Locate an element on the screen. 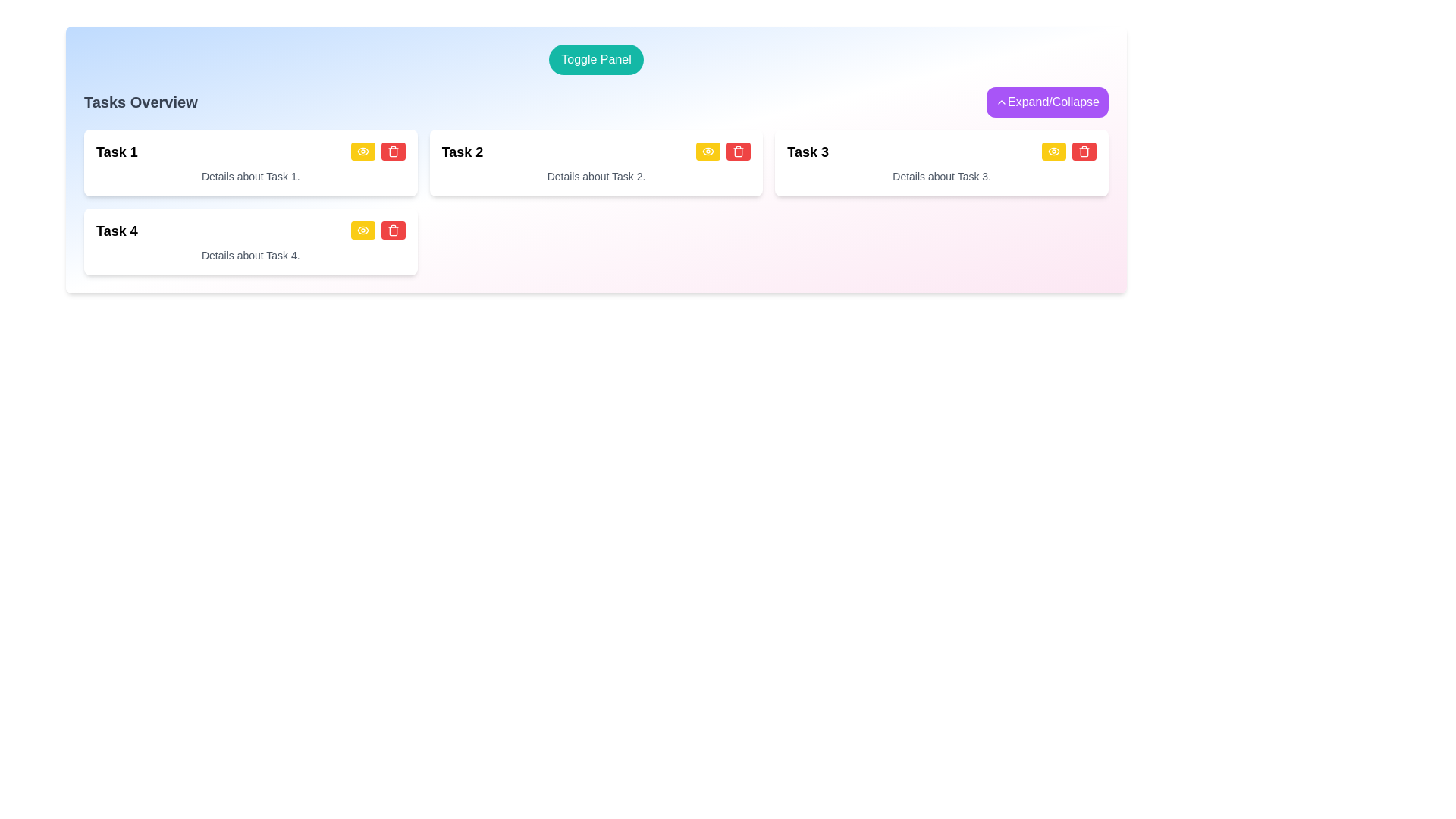  the text label 'Task 2', which is displayed in a bold font at the upper-left portion of the rectangular card, serving as the heading for the card is located at coordinates (461, 152).